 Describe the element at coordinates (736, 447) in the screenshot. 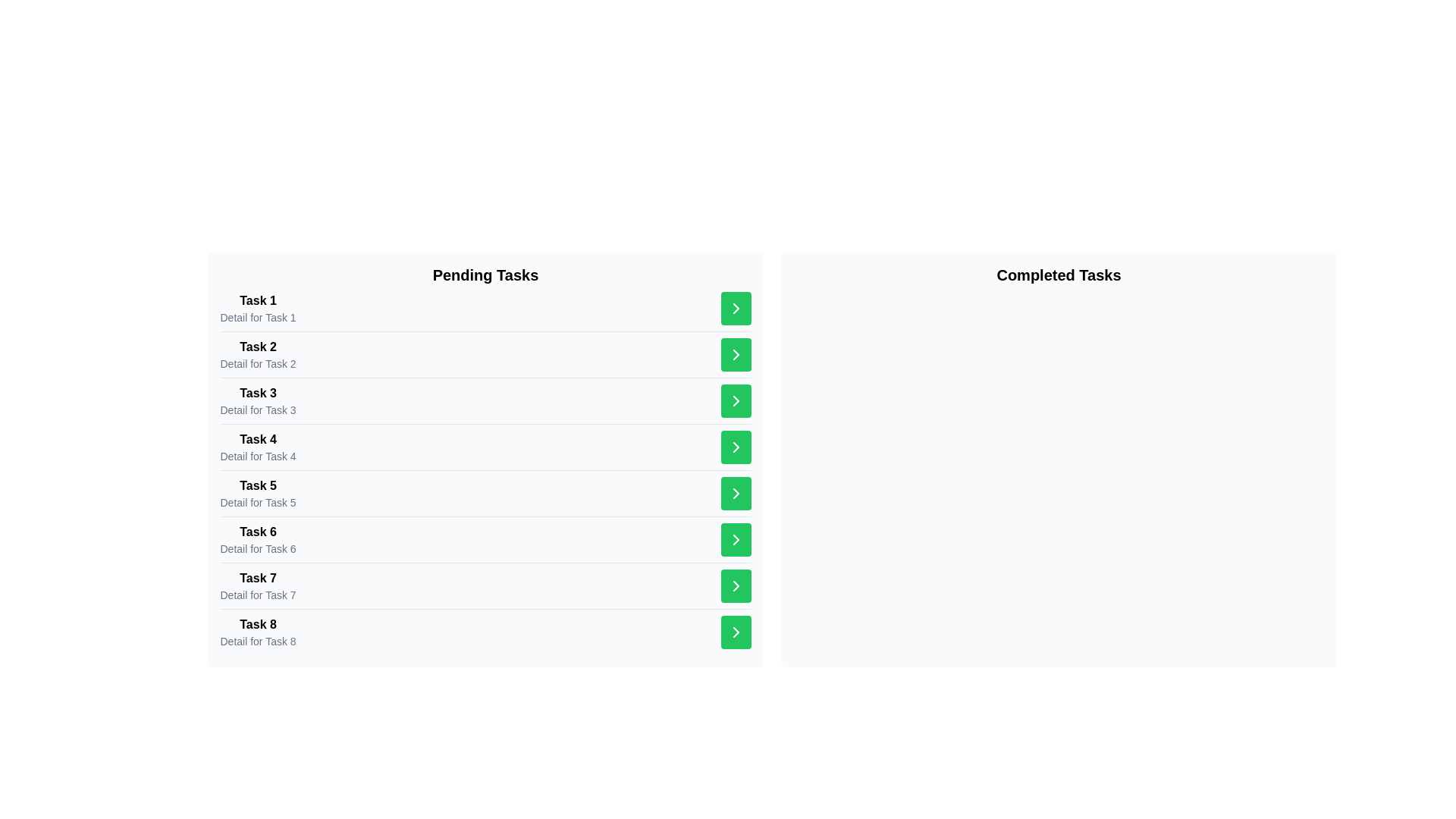

I see `the button located in the right section of the row labeled 'Task 4' in the 'Pending Tasks' list` at that location.